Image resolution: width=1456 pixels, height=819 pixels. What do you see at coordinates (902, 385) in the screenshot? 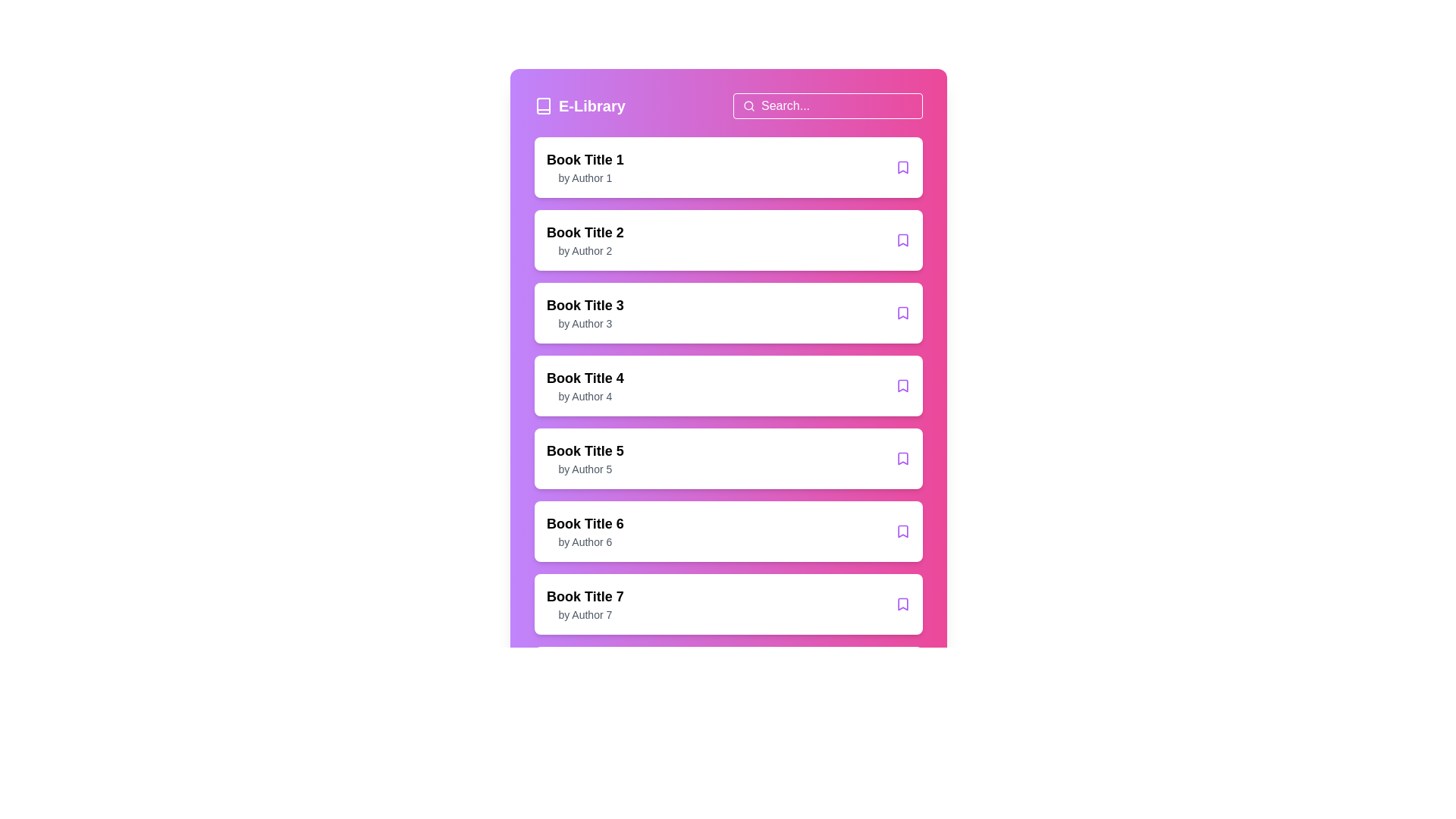
I see `the purple bookmark outline icon located at the top-right corner of the 'Book Title 4 by Author 4' card in the library application` at bounding box center [902, 385].